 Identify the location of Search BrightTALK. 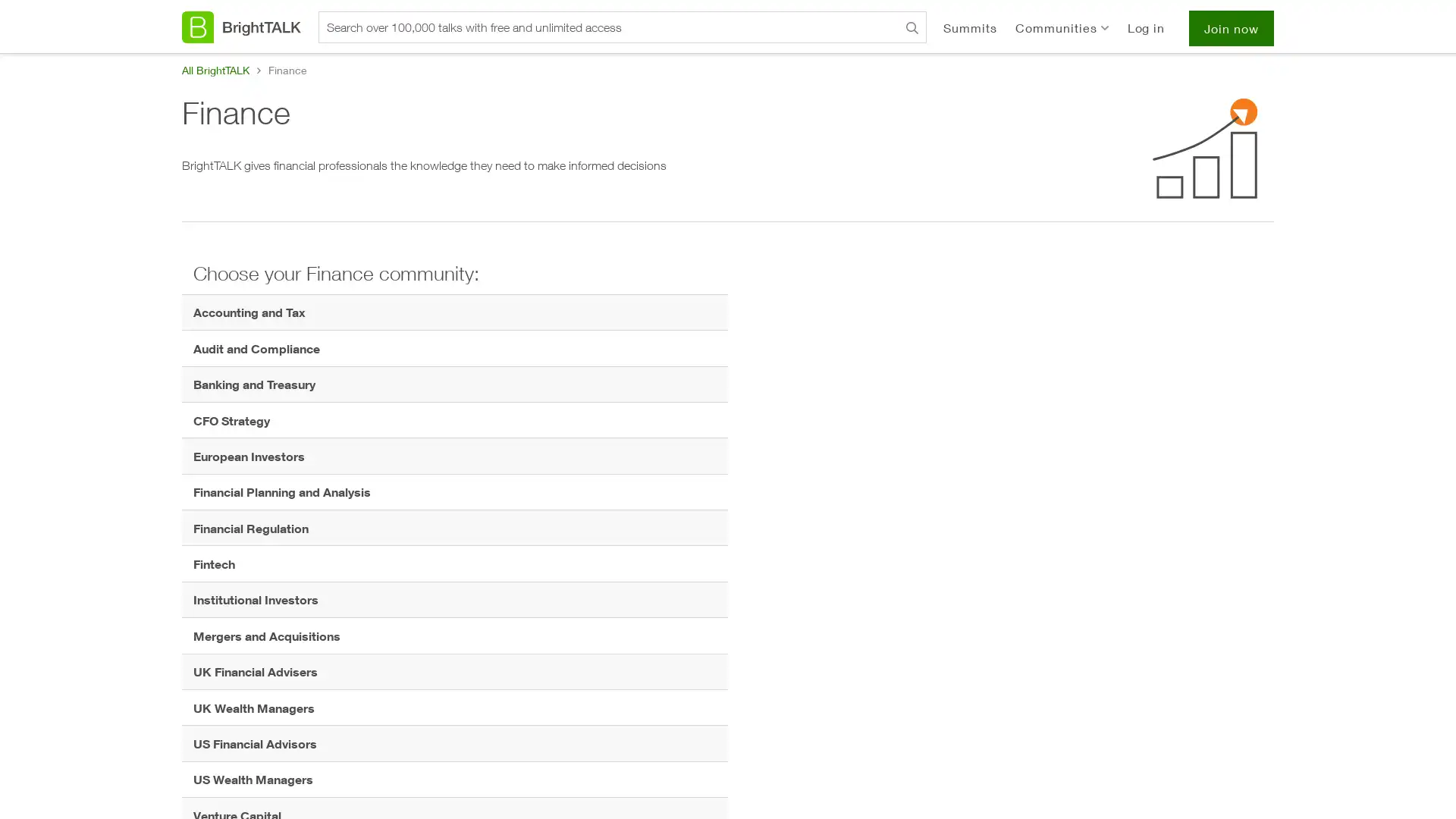
(912, 29).